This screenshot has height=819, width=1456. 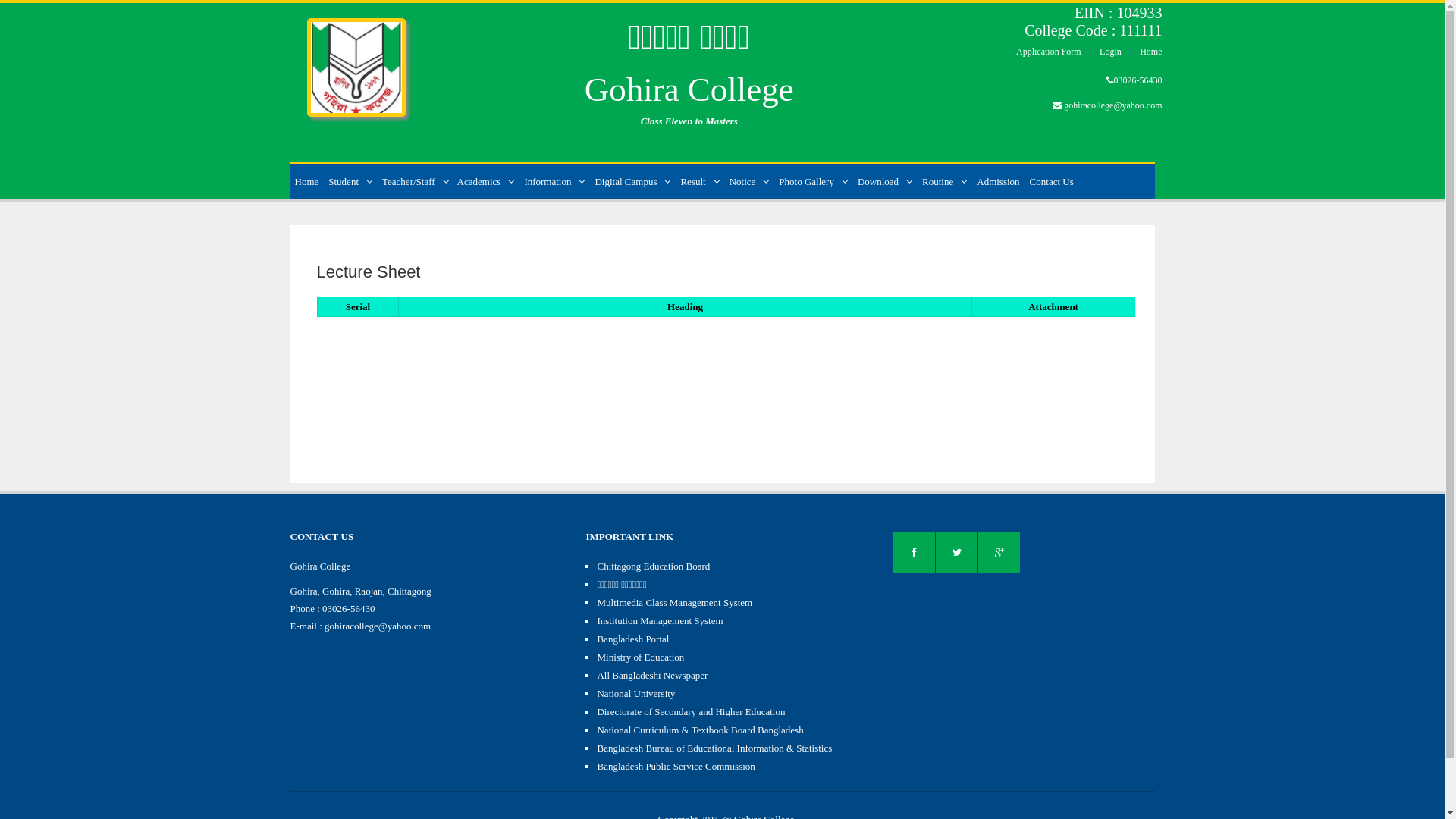 What do you see at coordinates (632, 639) in the screenshot?
I see `'Bangladesh Portal'` at bounding box center [632, 639].